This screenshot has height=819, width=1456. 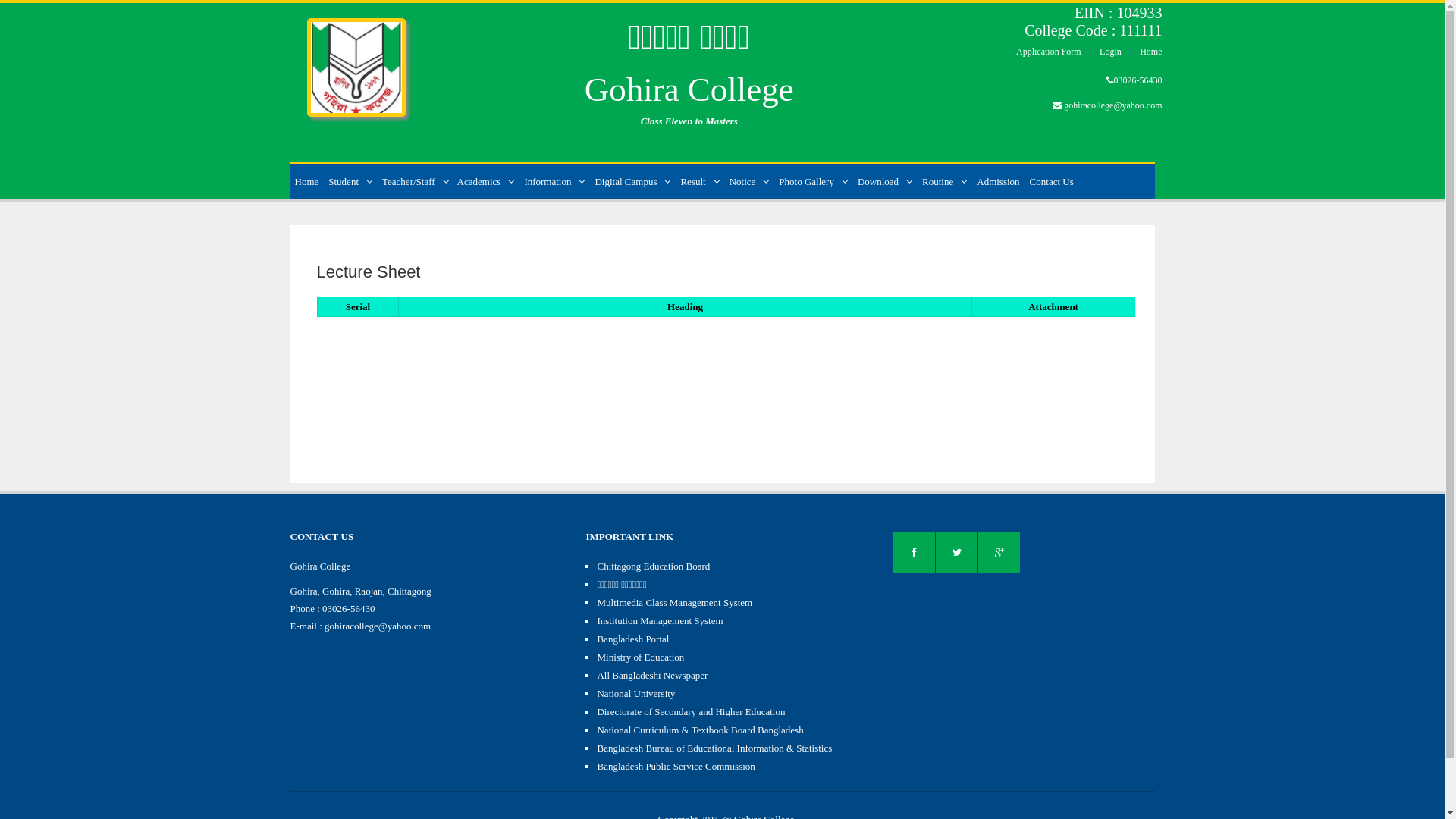 What do you see at coordinates (632, 639) in the screenshot?
I see `'Bangladesh Portal'` at bounding box center [632, 639].